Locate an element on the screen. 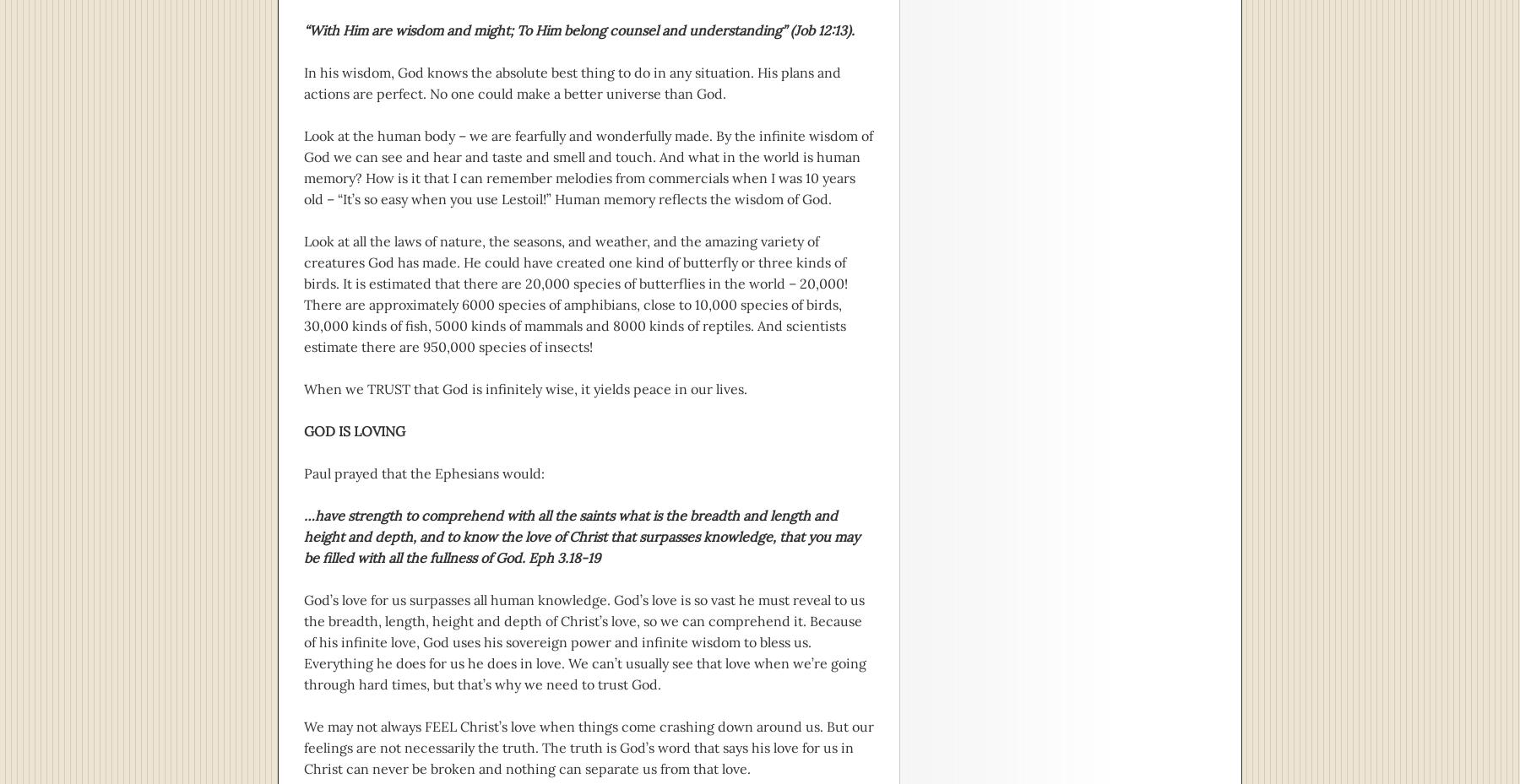  '…have strength to comprehend with all the saints what is the breadth and length and height and depth,' is located at coordinates (570, 525).